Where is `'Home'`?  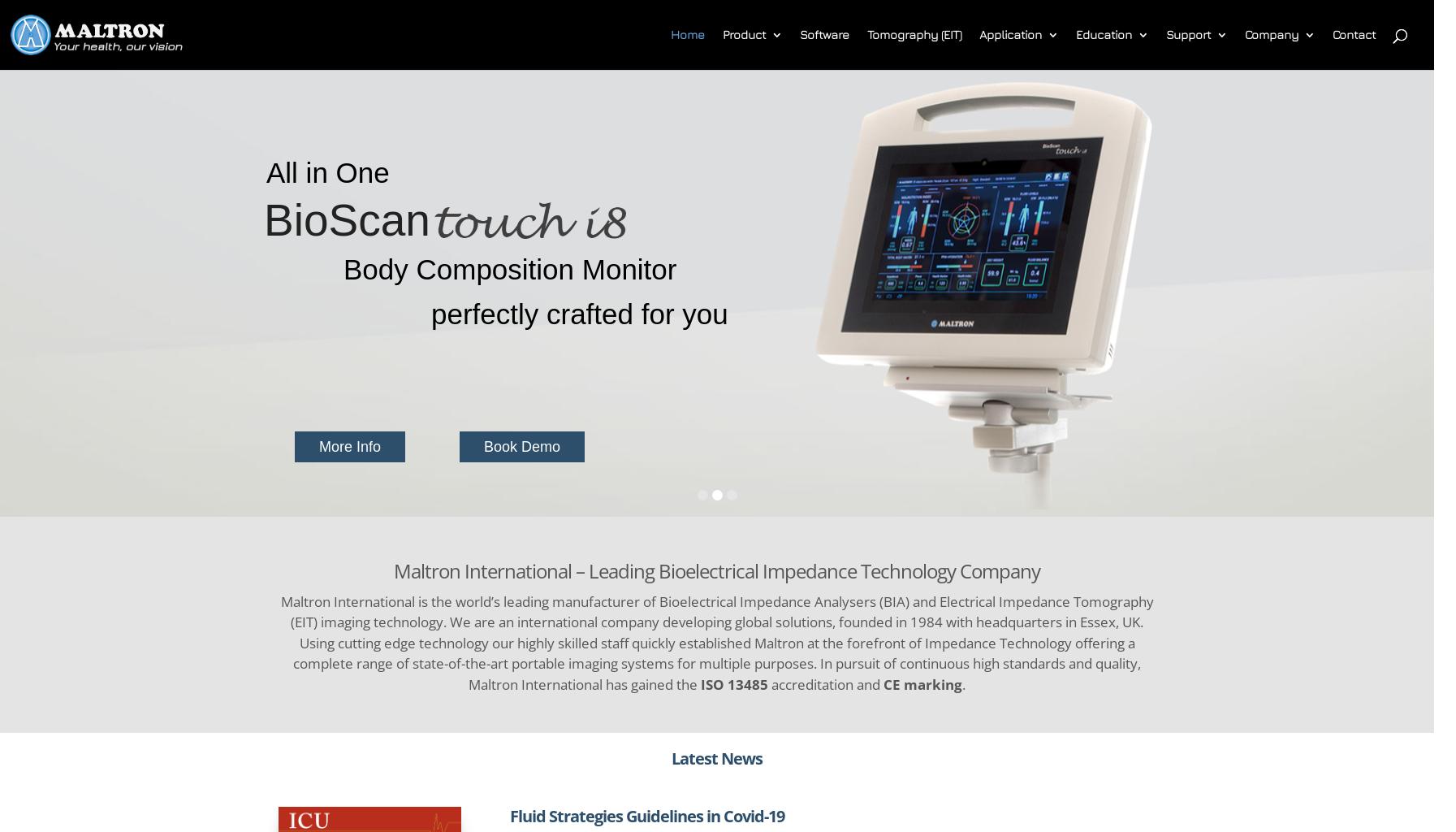
'Home' is located at coordinates (687, 34).